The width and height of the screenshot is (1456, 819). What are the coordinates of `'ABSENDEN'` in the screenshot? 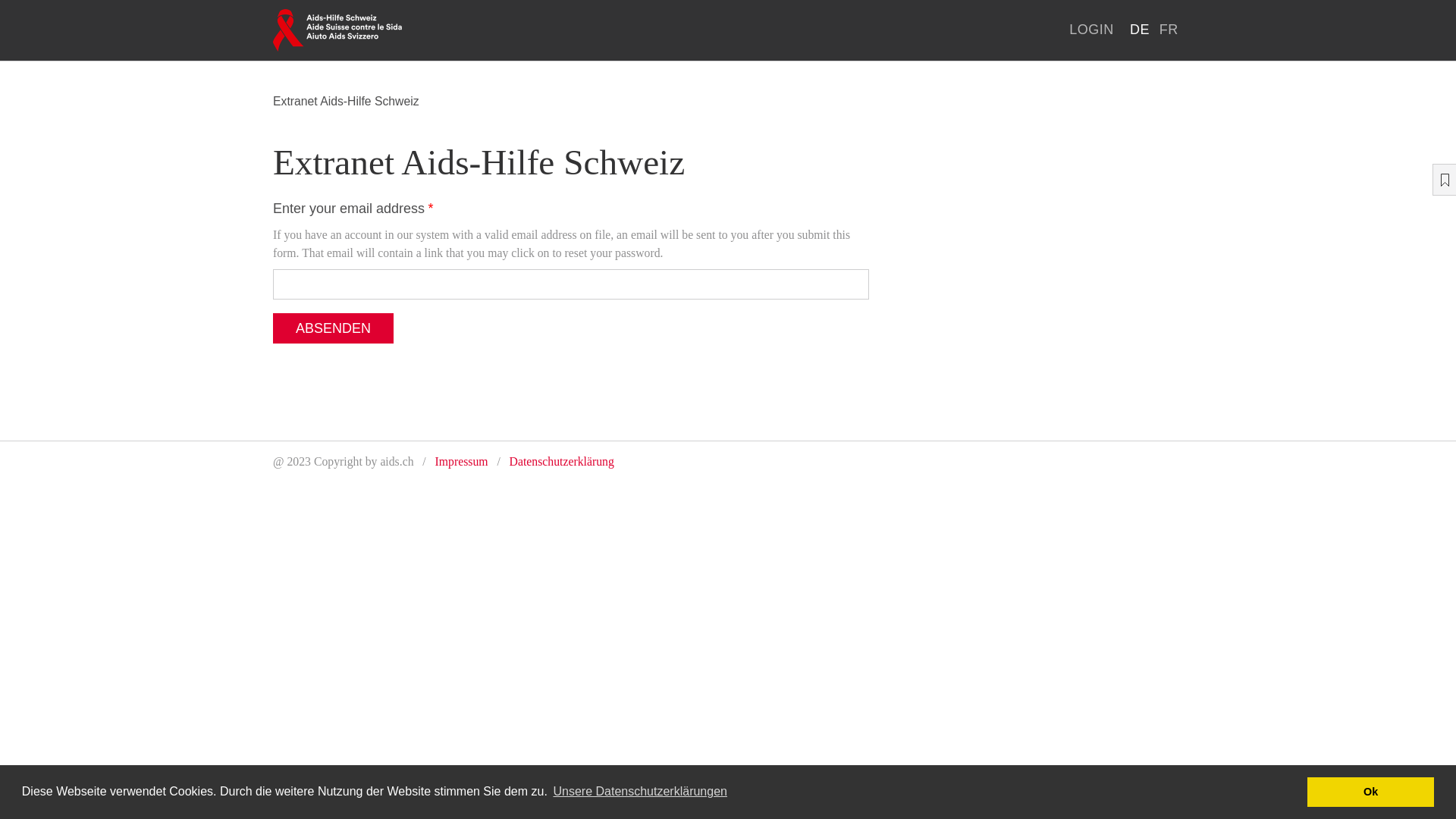 It's located at (273, 327).